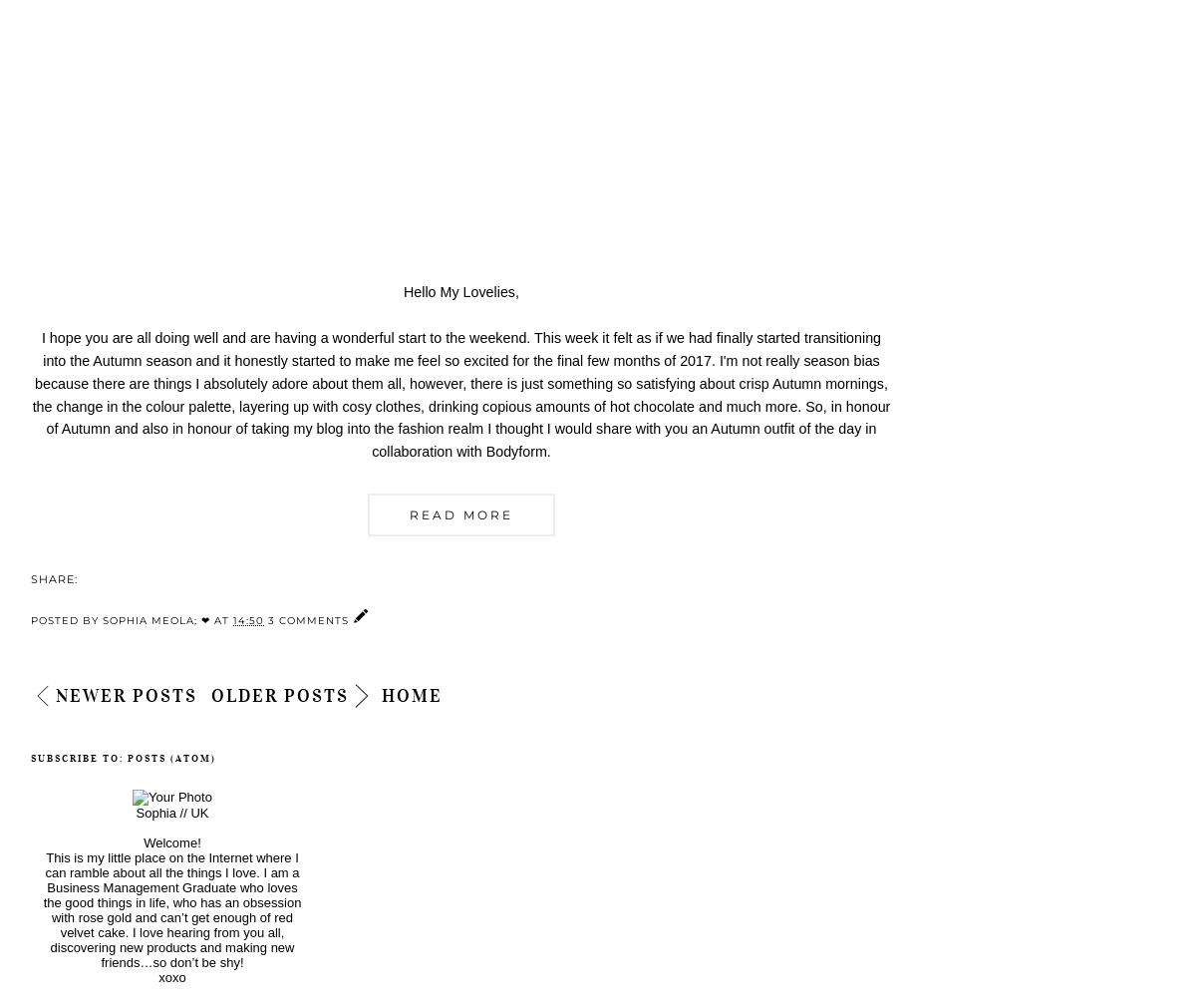 This screenshot has width=1204, height=1004. I want to click on 'at', so click(223, 619).